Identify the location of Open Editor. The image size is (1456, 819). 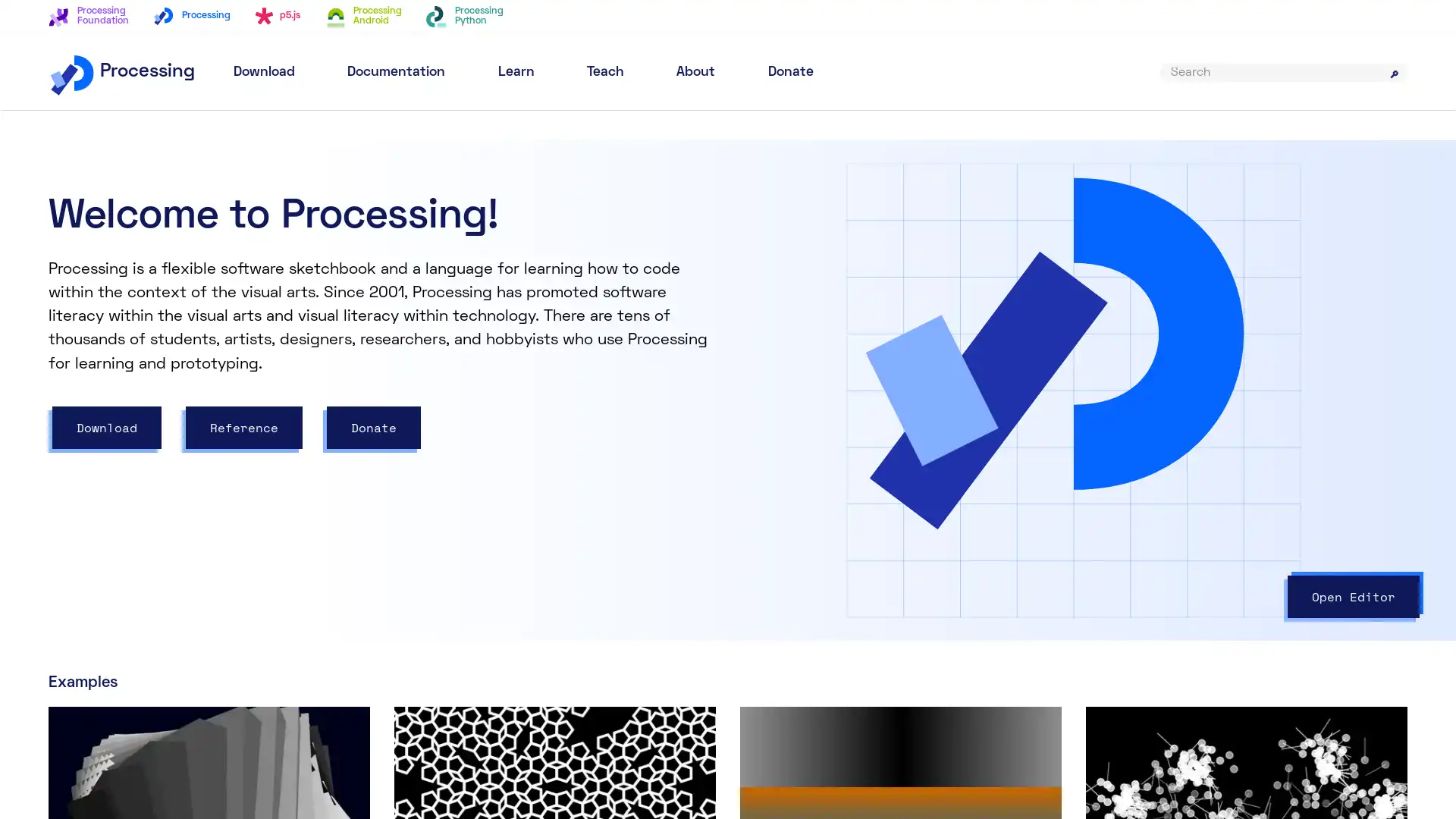
(1354, 595).